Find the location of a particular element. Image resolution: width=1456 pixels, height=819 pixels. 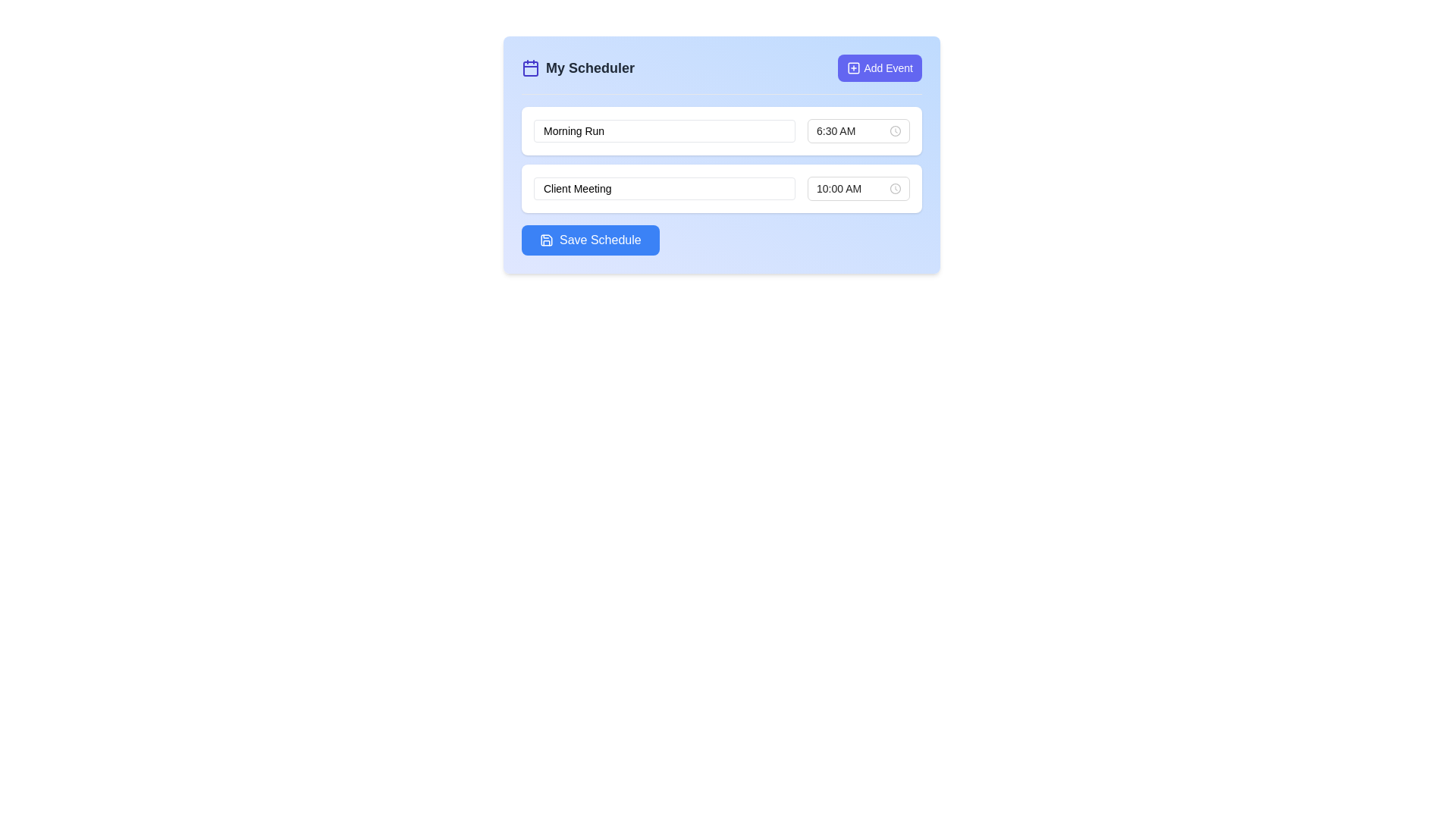

the SVG Rectangle representing the 'Add Event' functionality located at the top-right corner of the scheduler interface is located at coordinates (854, 67).